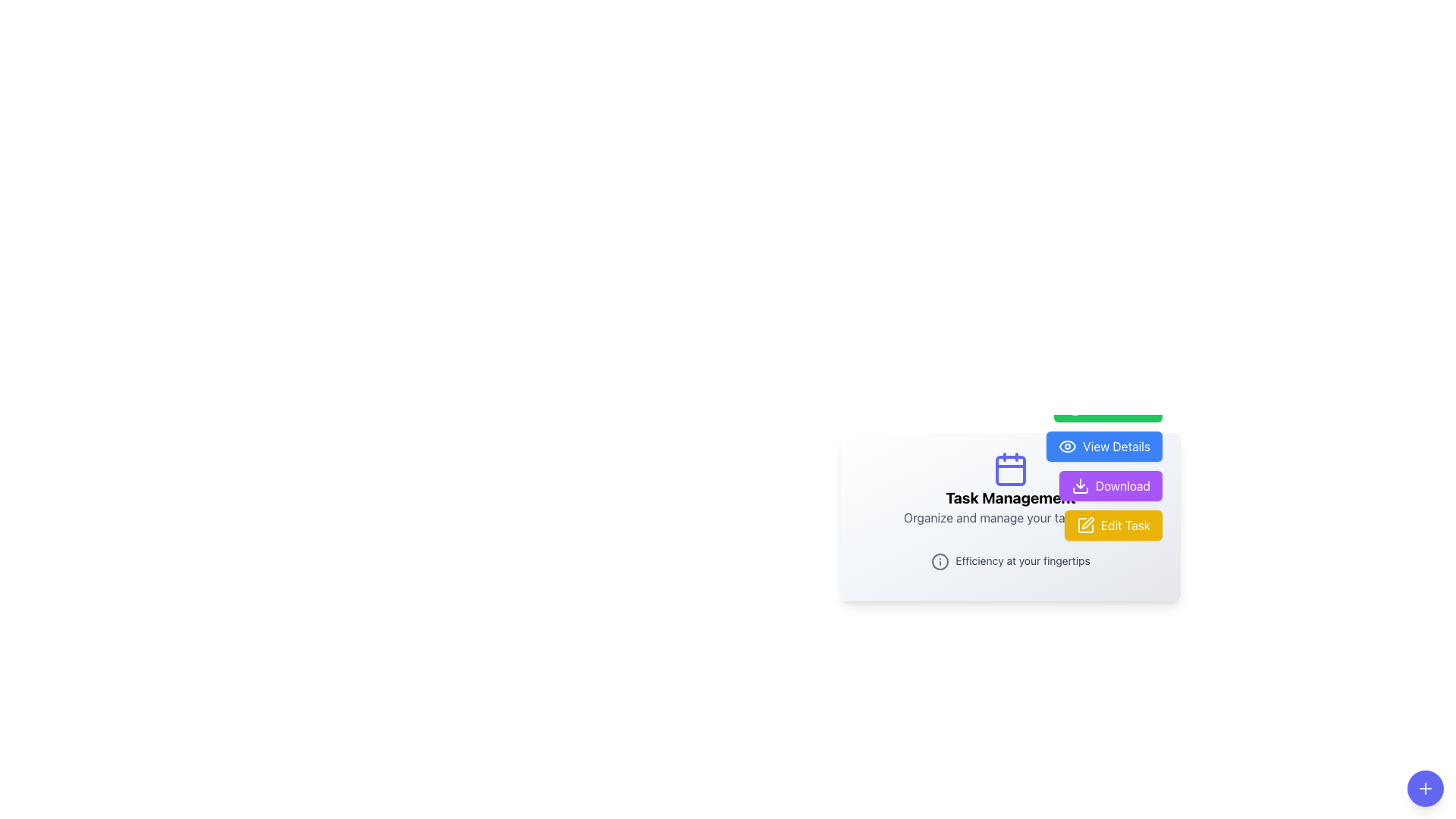 Image resolution: width=1456 pixels, height=819 pixels. I want to click on the 'Mark Done' text label located on the right side of the green button bar at the top of the action buttons, so click(1120, 406).